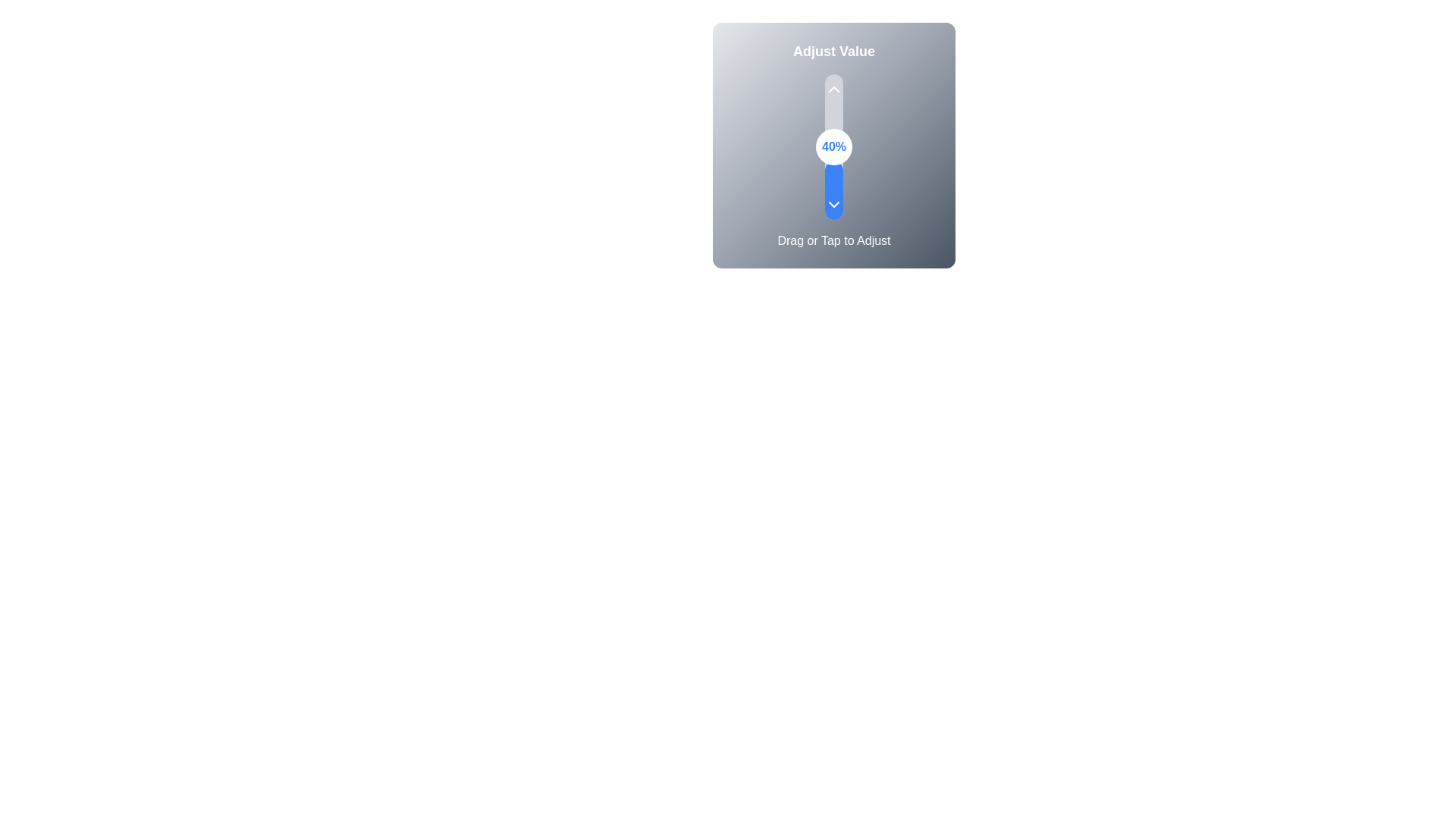 This screenshot has height=819, width=1456. Describe the element at coordinates (833, 128) in the screenshot. I see `the slider value` at that location.